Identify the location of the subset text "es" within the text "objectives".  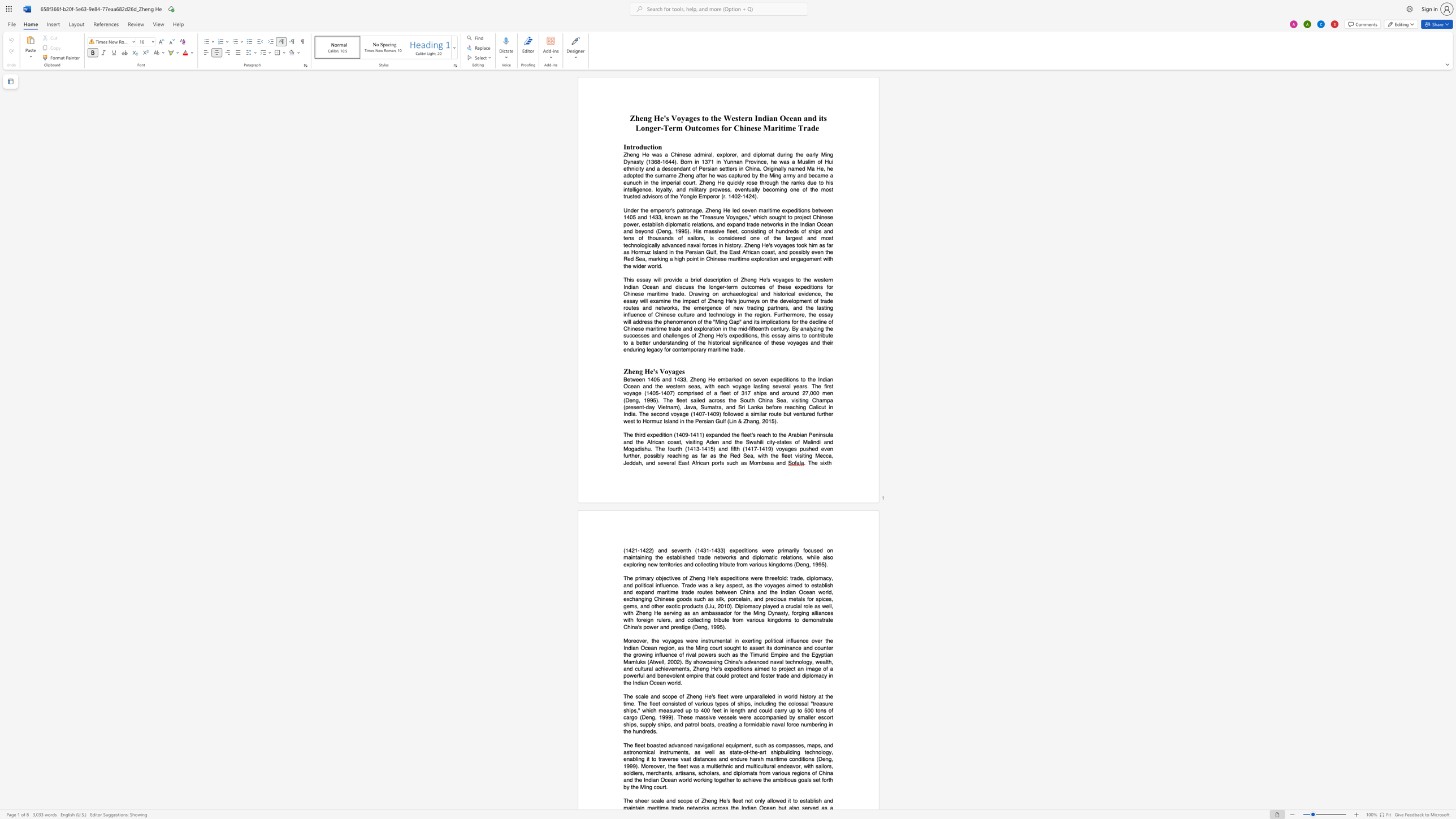
(674, 578).